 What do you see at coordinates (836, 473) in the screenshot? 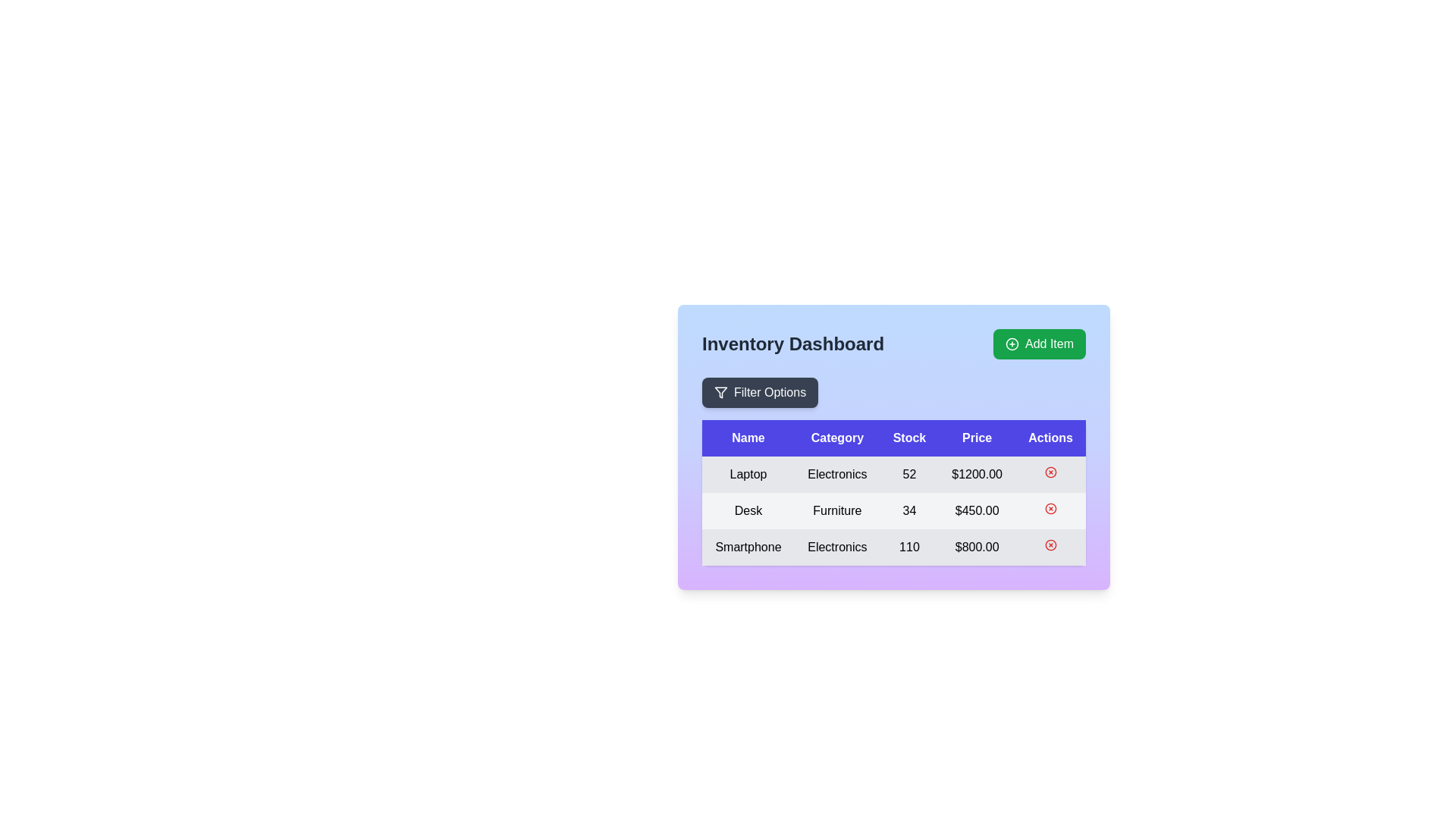
I see `the 'Electronics' static label in the second column of the first row of the table` at bounding box center [836, 473].